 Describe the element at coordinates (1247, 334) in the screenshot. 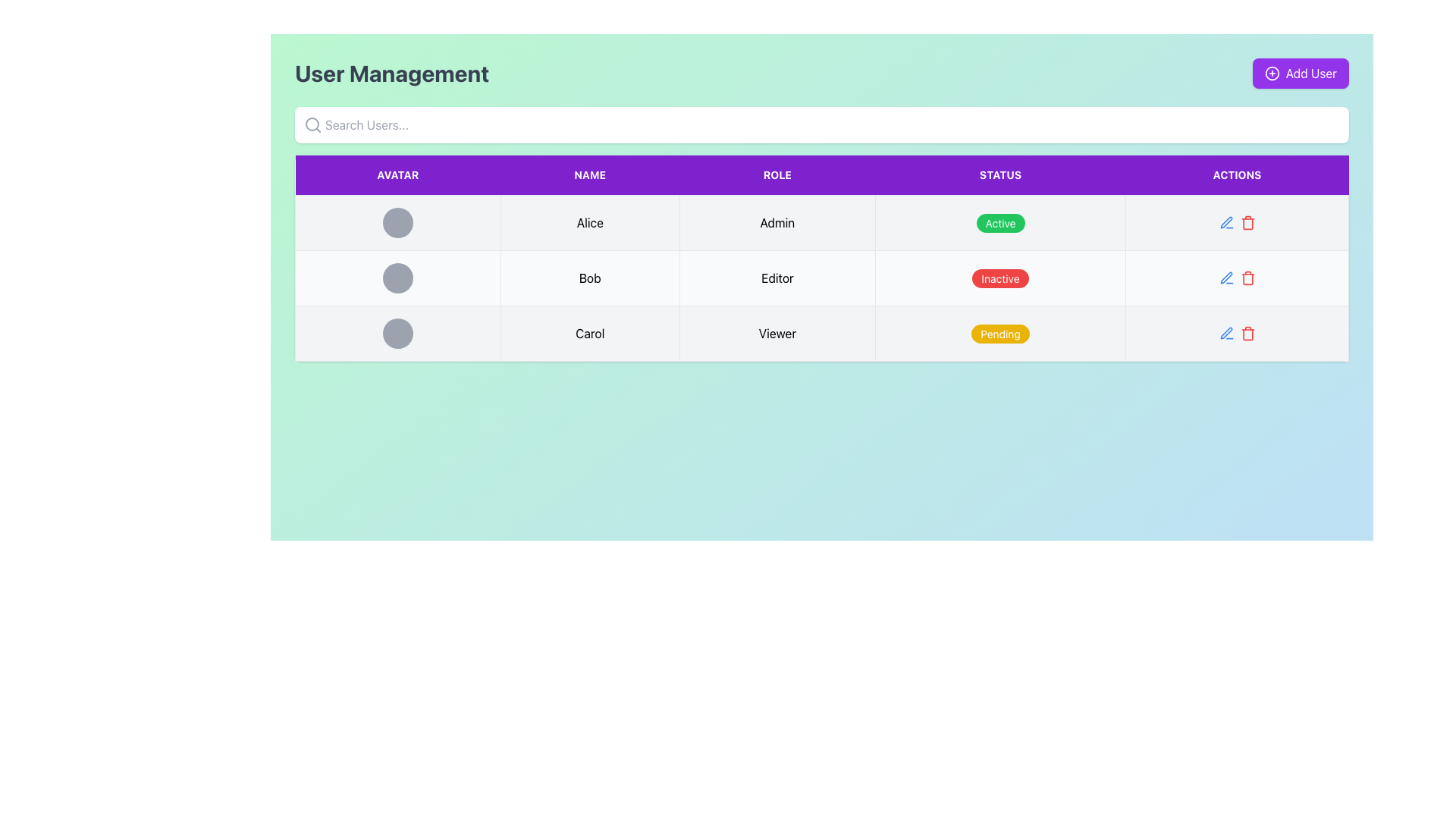

I see `the trash can icon component located in the Actions column of the user management table for accessibility navigation` at that location.